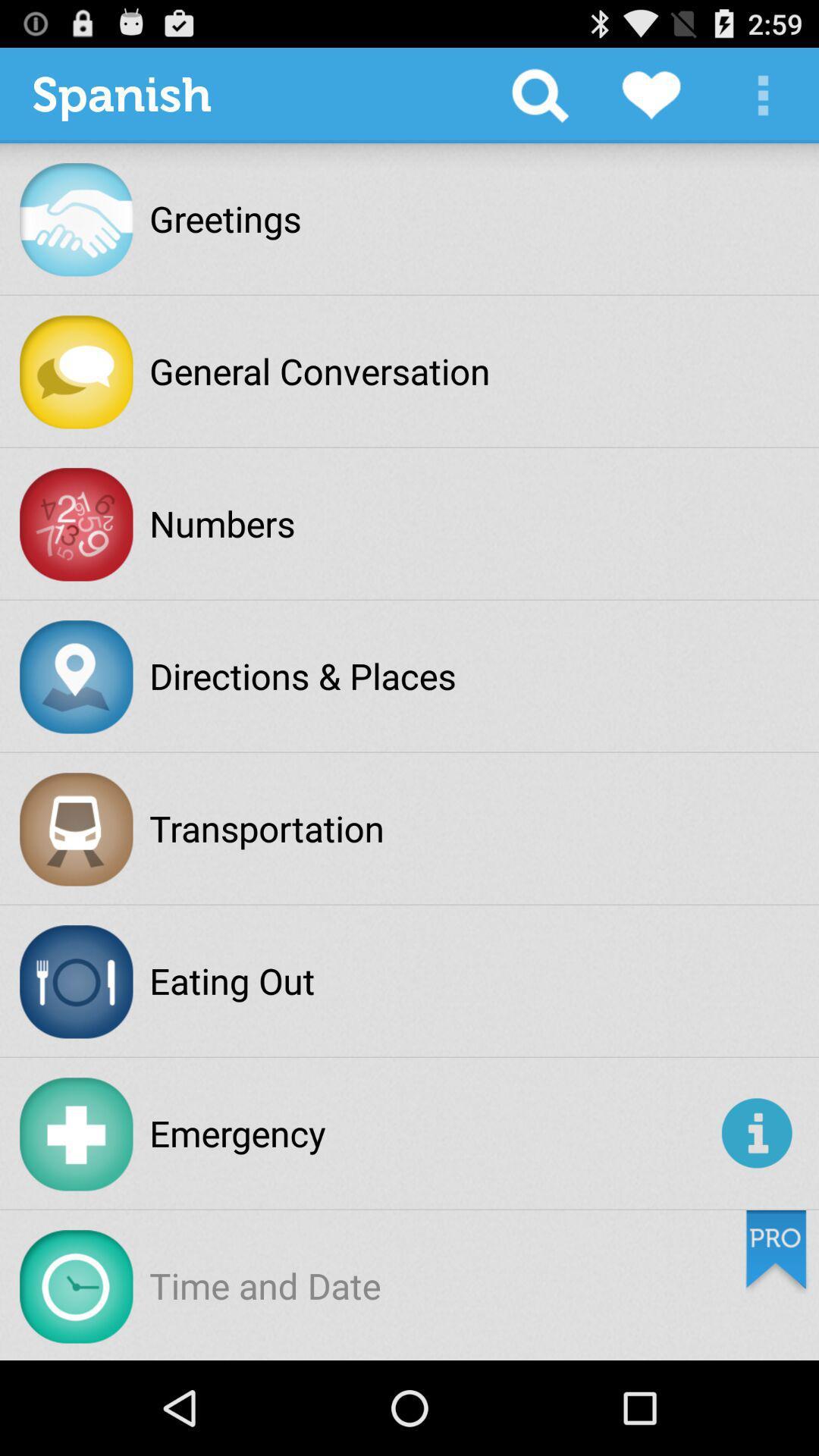  Describe the element at coordinates (266, 827) in the screenshot. I see `the transportation item` at that location.